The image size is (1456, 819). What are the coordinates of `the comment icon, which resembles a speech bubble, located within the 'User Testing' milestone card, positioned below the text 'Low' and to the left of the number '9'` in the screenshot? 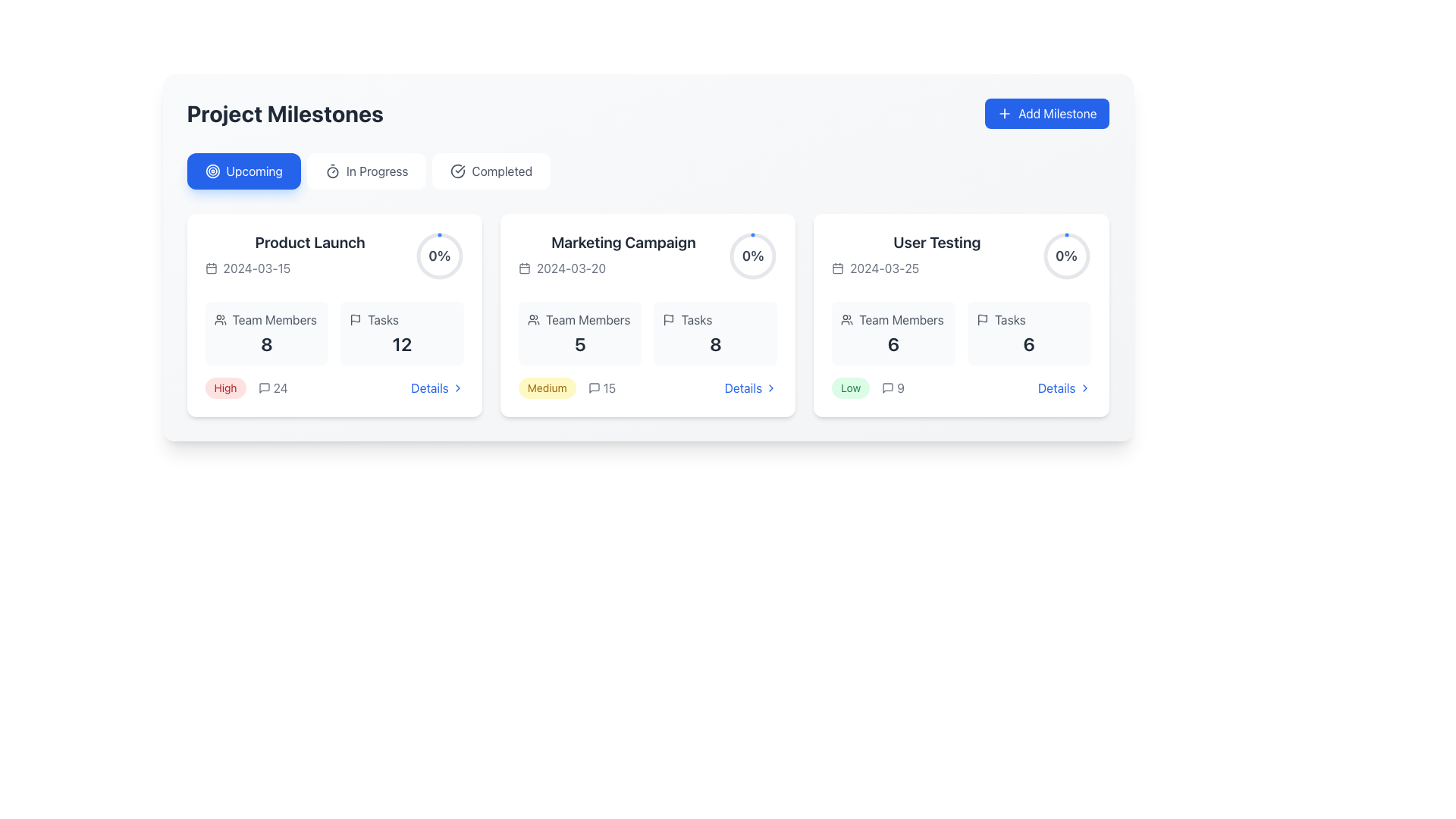 It's located at (888, 388).